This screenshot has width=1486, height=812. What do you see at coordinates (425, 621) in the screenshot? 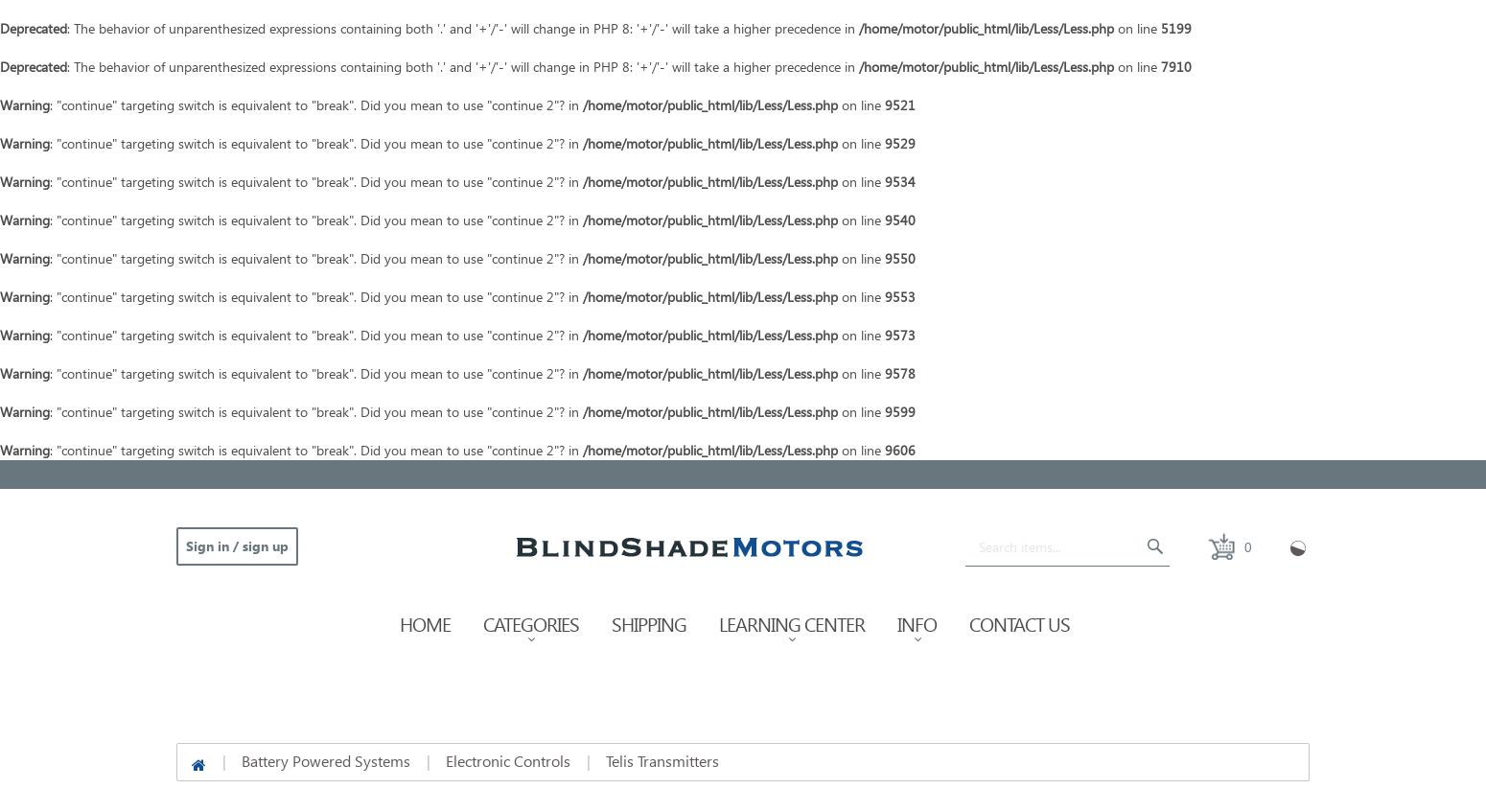
I see `'Home'` at bounding box center [425, 621].